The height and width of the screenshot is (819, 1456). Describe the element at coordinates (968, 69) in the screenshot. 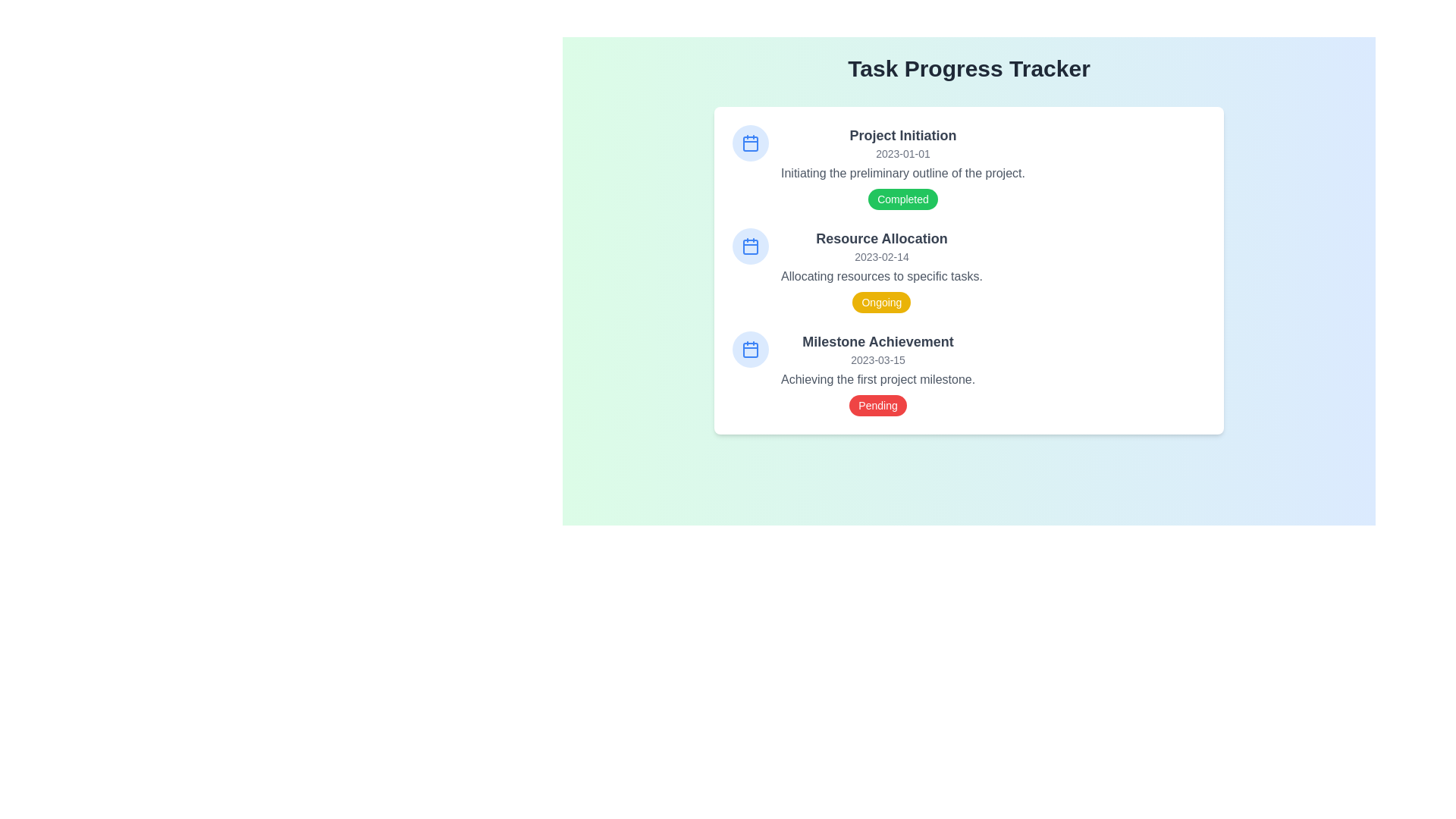

I see `the 'Task Progress Tracker' text element` at that location.